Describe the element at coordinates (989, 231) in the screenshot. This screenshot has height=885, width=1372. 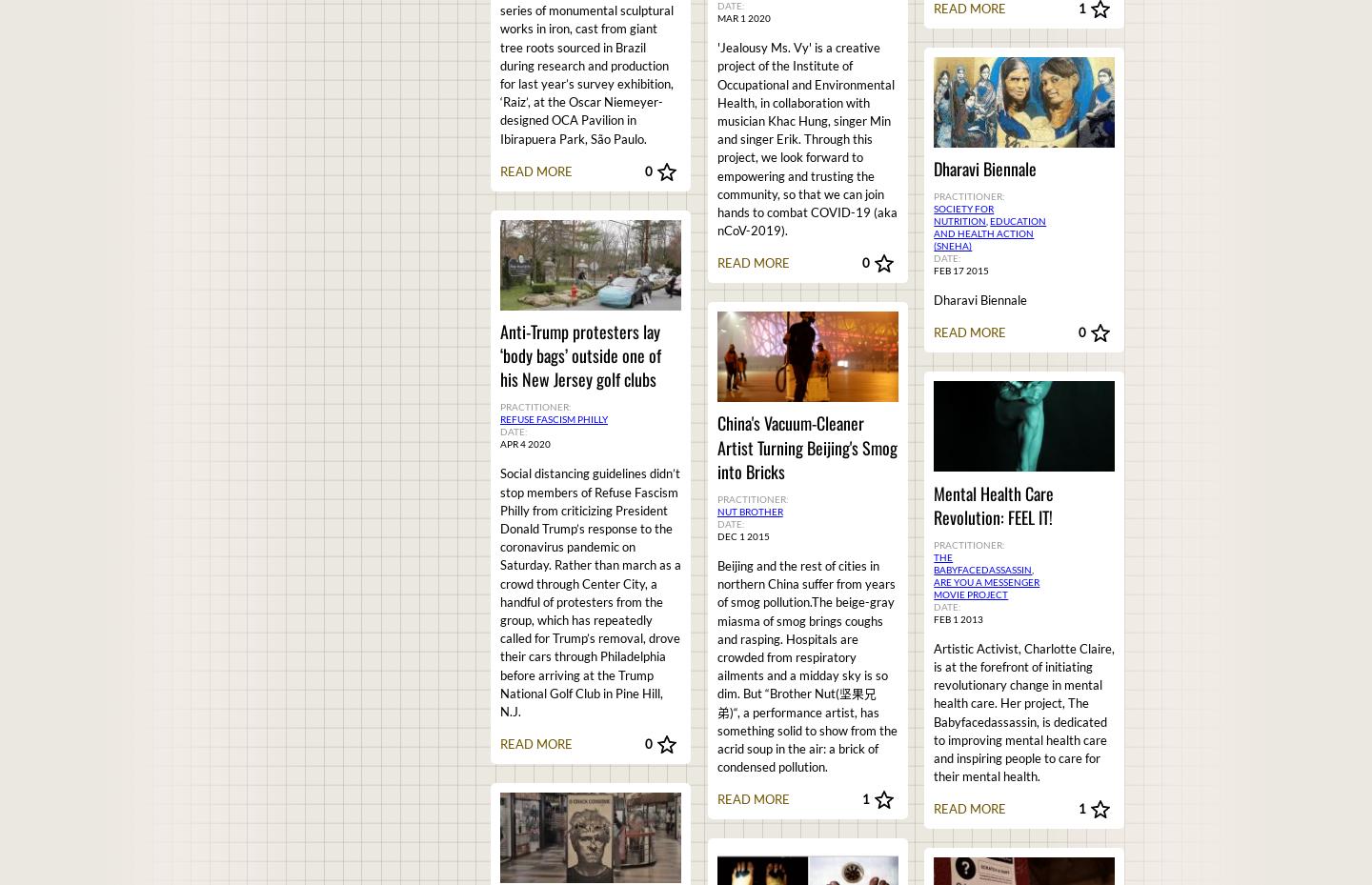
I see `'Education and Health Action (SNEHA)'` at that location.